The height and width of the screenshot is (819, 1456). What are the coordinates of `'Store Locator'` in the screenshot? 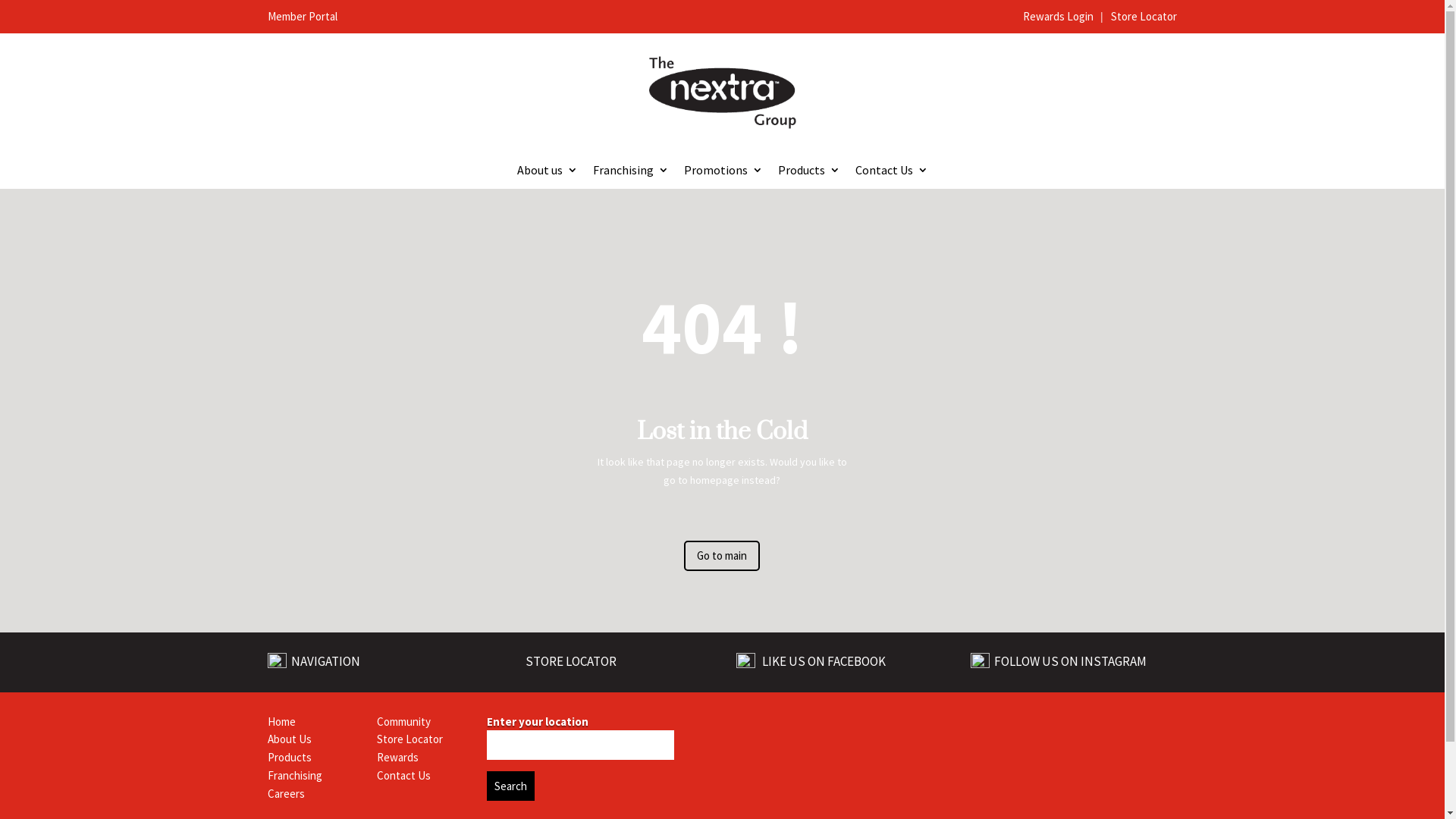 It's located at (409, 738).